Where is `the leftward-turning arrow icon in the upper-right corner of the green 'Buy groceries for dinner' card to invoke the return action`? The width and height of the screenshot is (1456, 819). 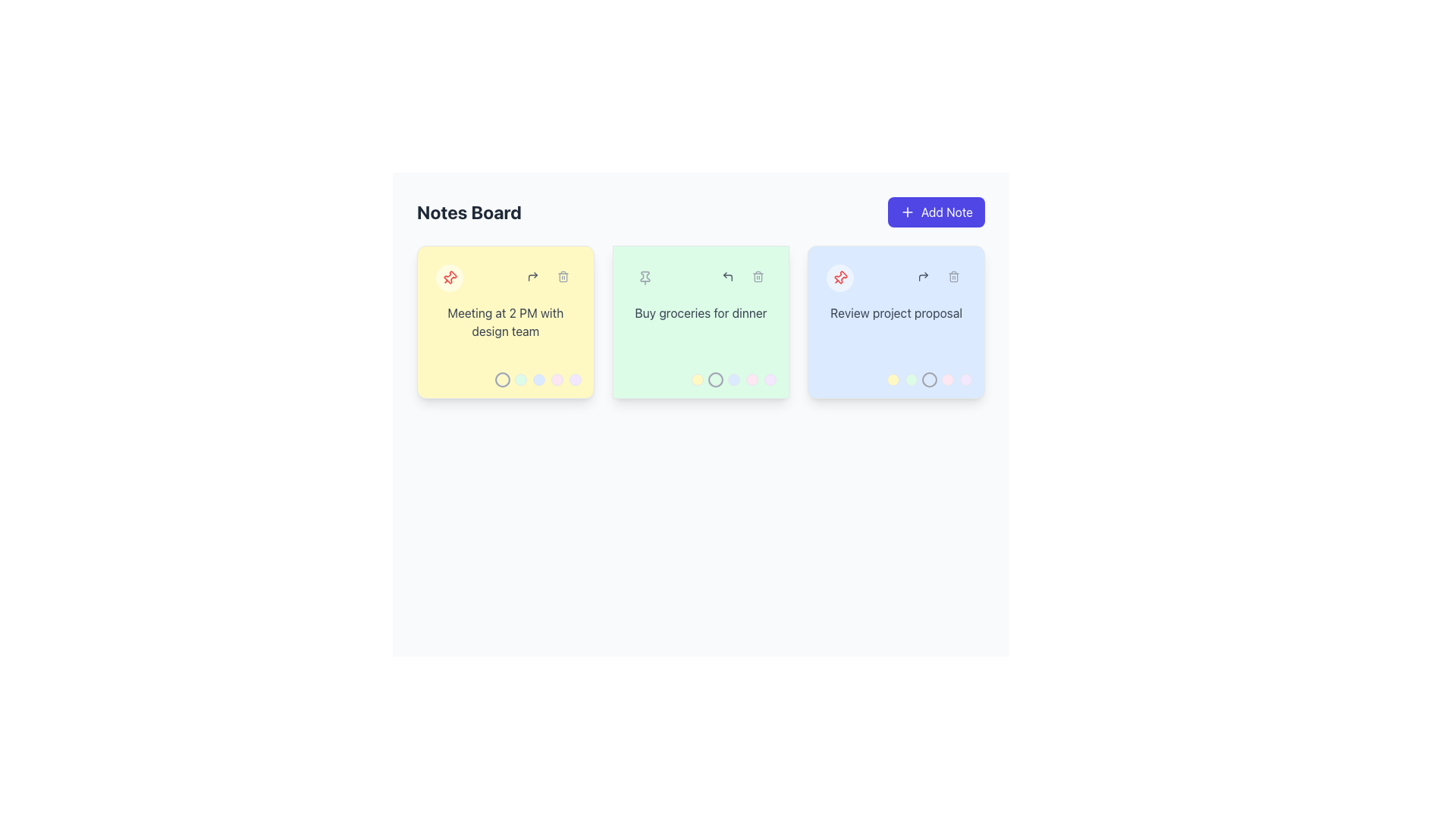
the leftward-turning arrow icon in the upper-right corner of the green 'Buy groceries for dinner' card to invoke the return action is located at coordinates (728, 277).